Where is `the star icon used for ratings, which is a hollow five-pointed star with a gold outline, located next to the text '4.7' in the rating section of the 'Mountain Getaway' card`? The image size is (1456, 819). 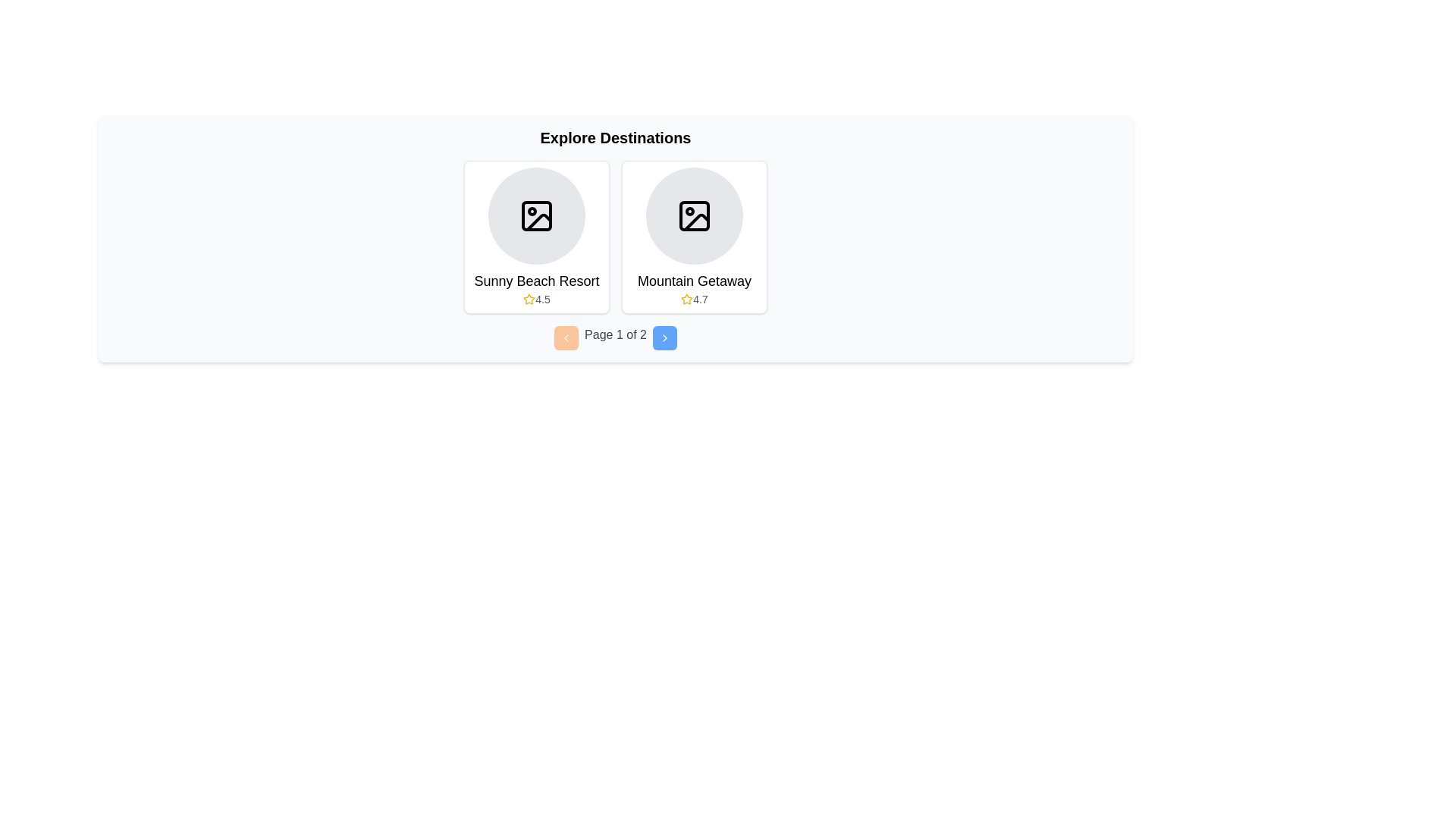 the star icon used for ratings, which is a hollow five-pointed star with a gold outline, located next to the text '4.7' in the rating section of the 'Mountain Getaway' card is located at coordinates (686, 299).